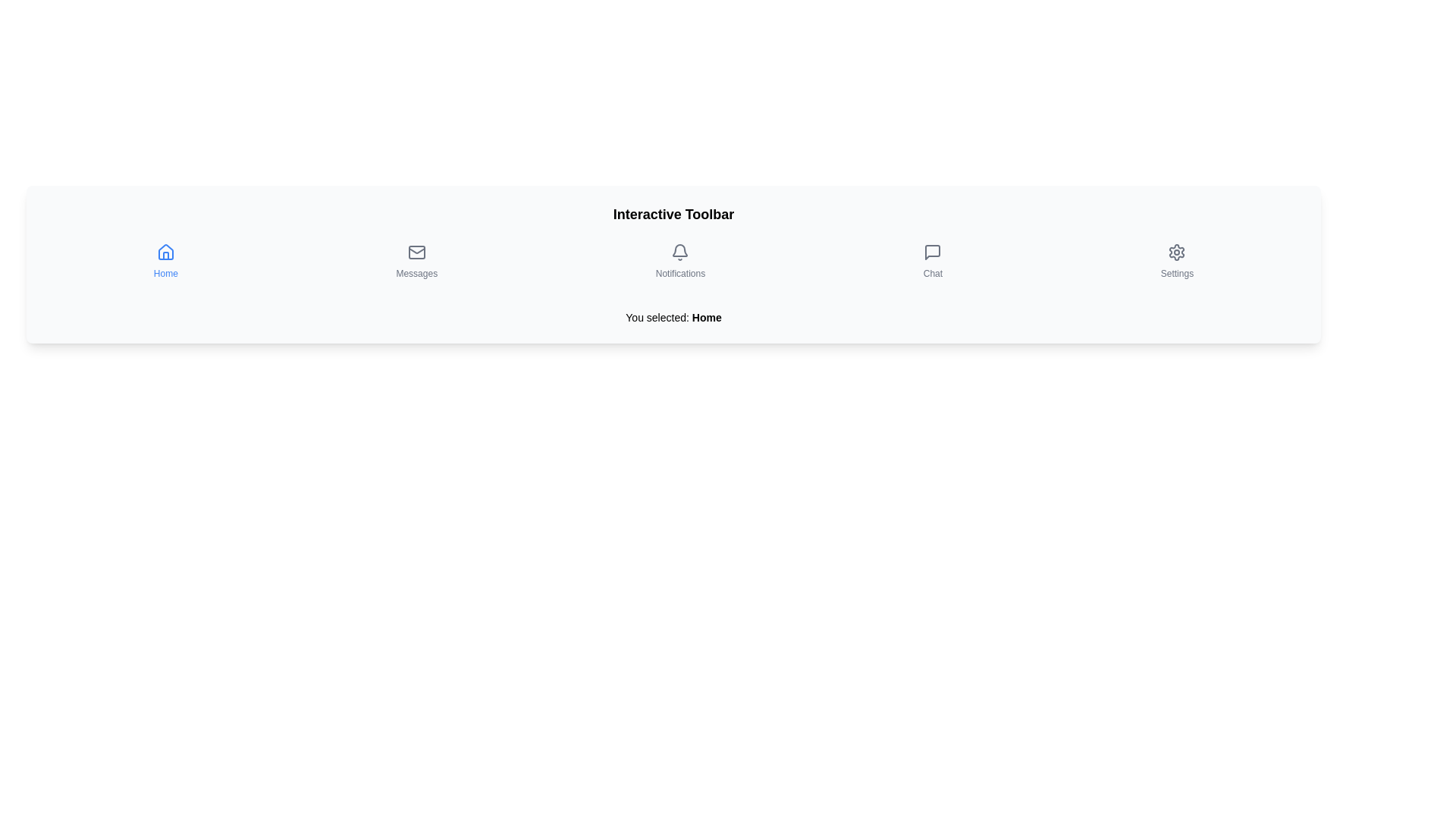 The width and height of the screenshot is (1456, 819). What do you see at coordinates (932, 274) in the screenshot?
I see `'Chat' text label located beneath the chat bubble icon in the fourth position of the horizontal toolbar` at bounding box center [932, 274].